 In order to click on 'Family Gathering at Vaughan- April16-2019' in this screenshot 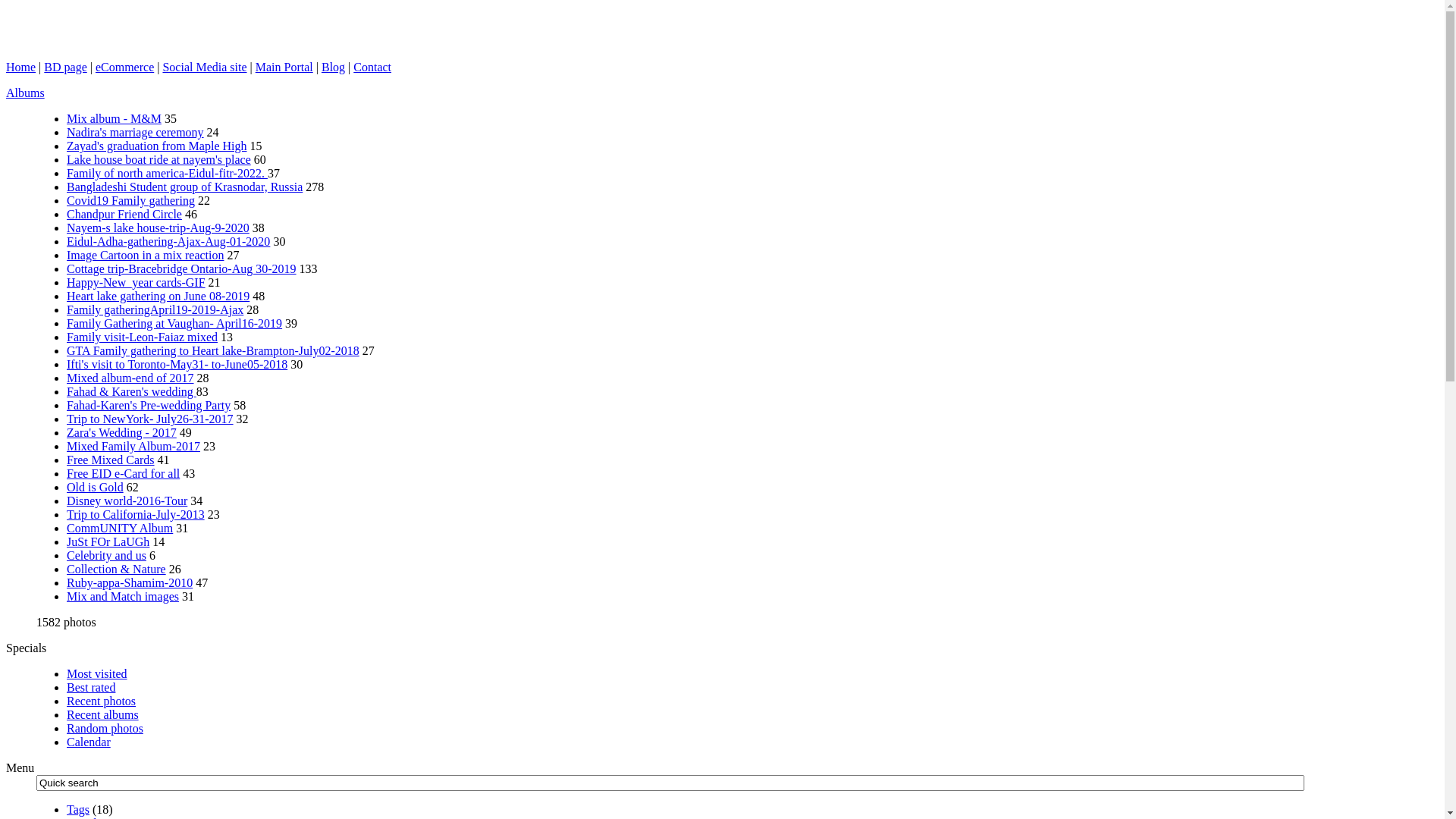, I will do `click(174, 322)`.